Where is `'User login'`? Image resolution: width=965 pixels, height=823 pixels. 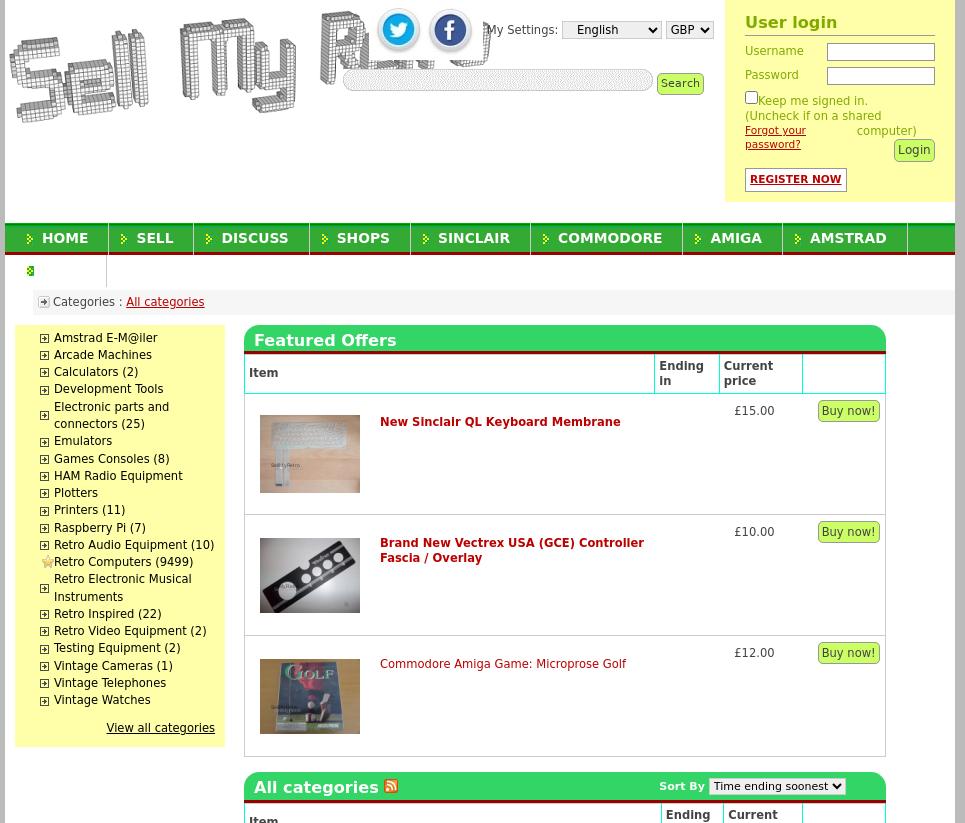 'User login' is located at coordinates (791, 21).